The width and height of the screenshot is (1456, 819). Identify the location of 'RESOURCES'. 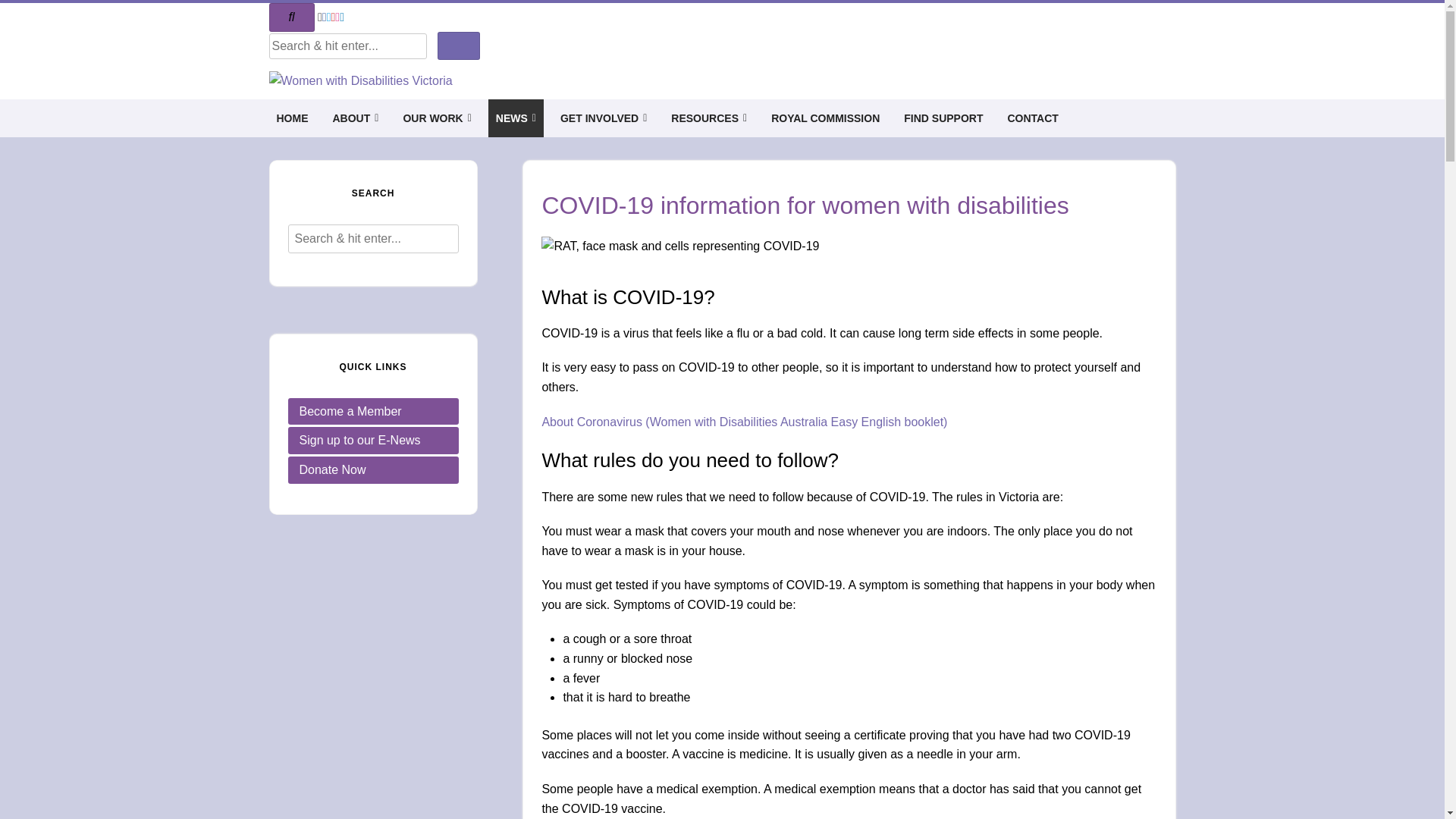
(708, 117).